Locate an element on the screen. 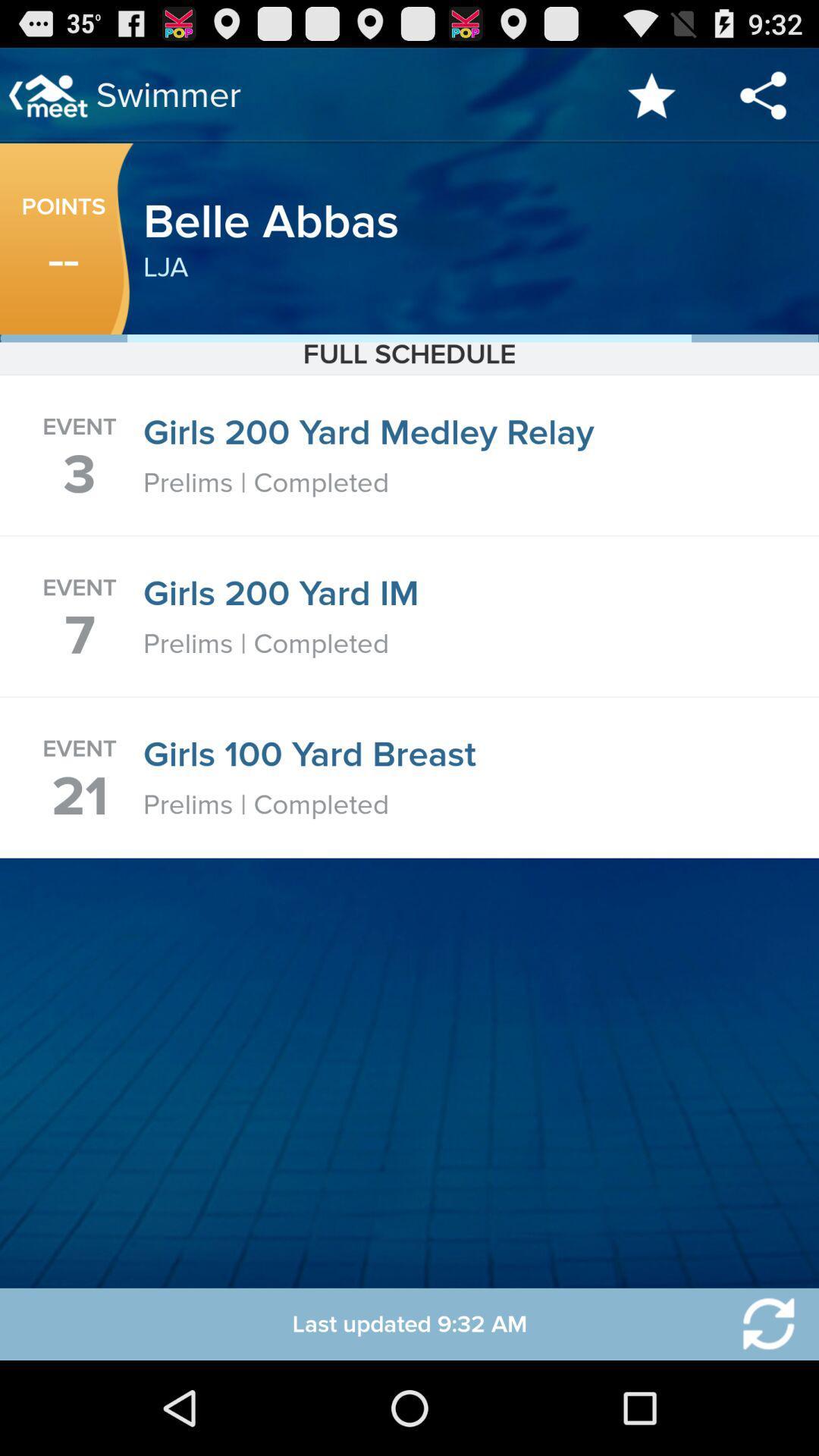 This screenshot has width=819, height=1456. showtown is located at coordinates (759, 1323).